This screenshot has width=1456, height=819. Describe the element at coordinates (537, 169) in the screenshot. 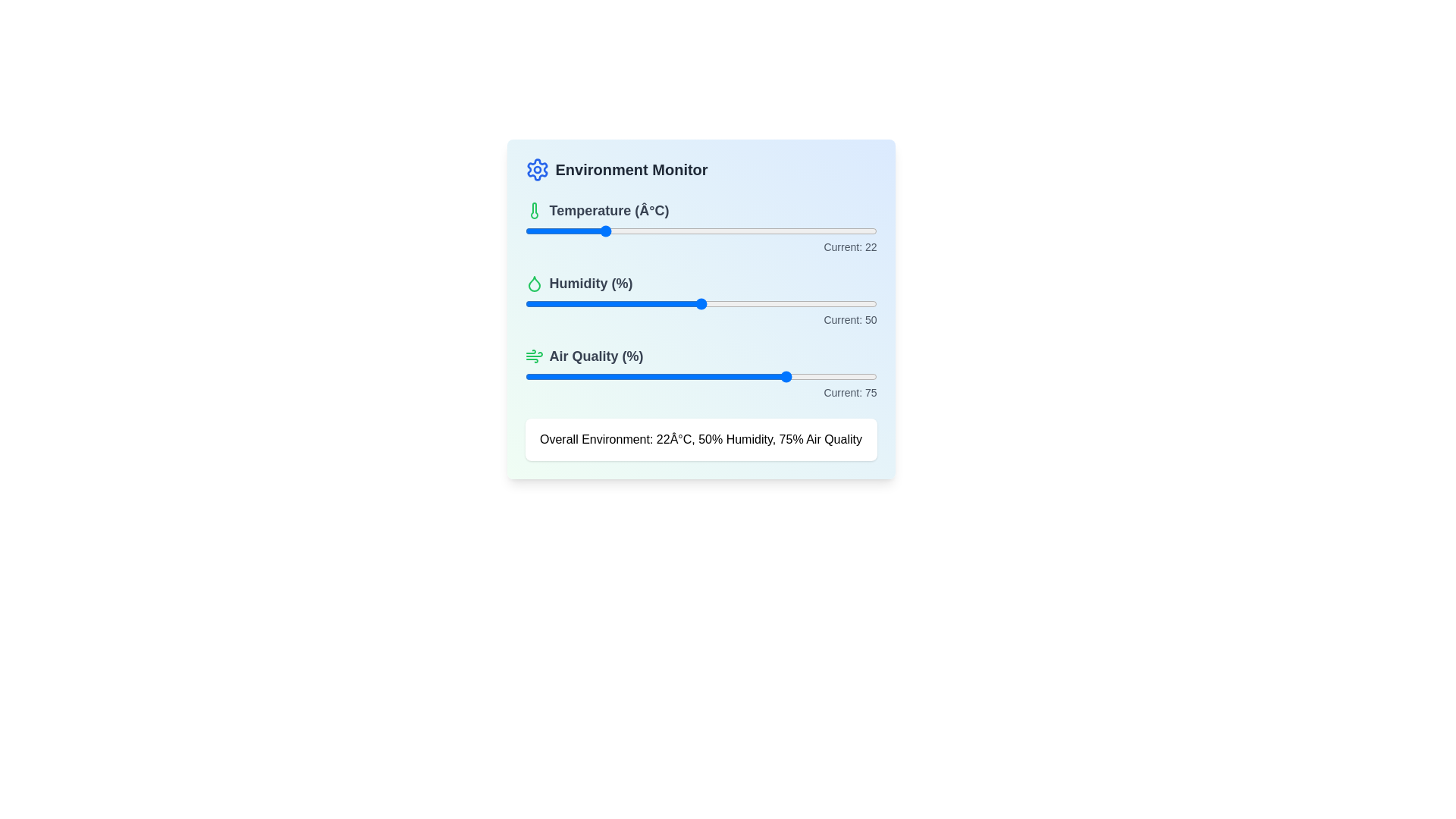

I see `the settings icon to open the configuration options` at that location.